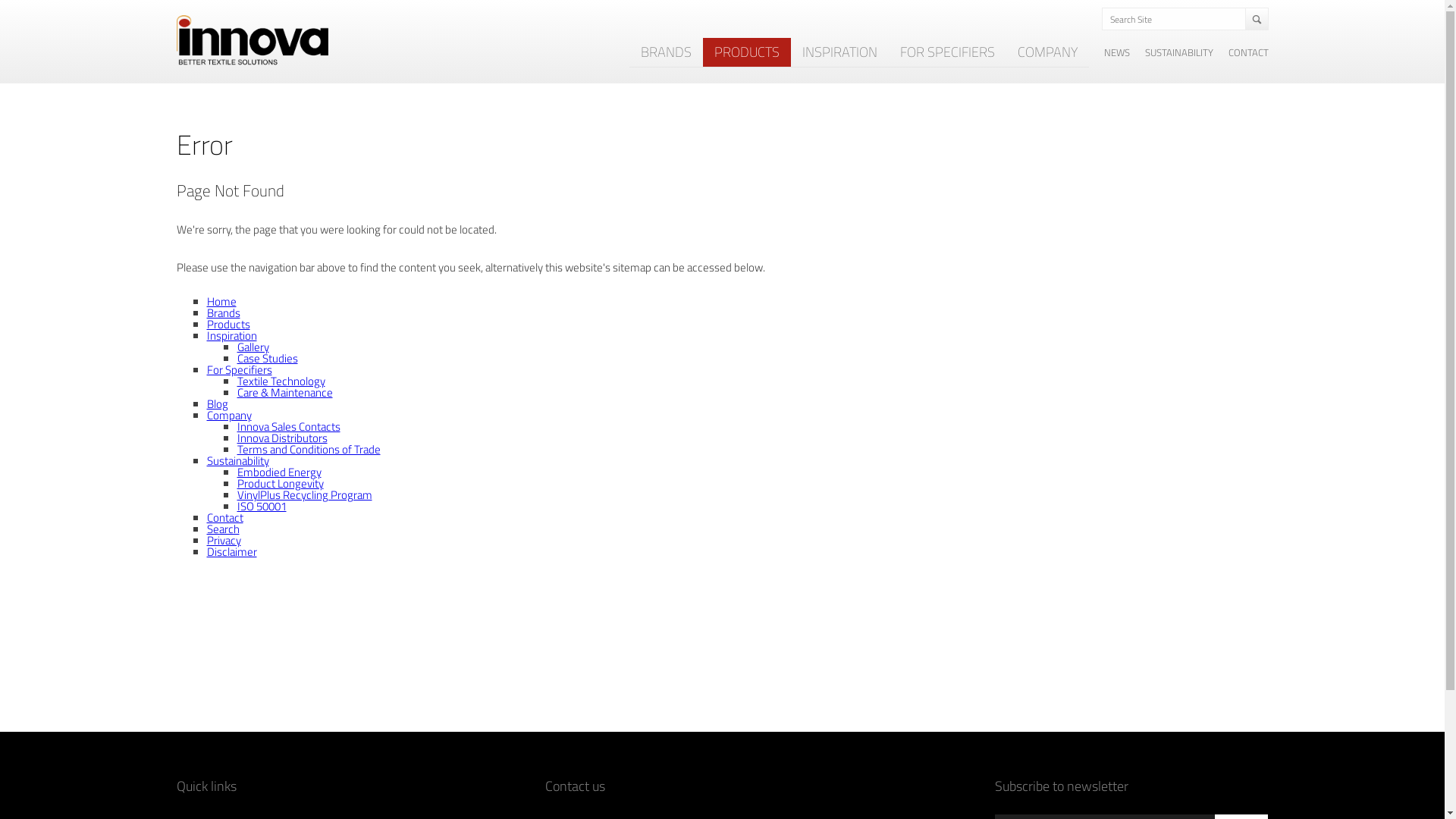 The height and width of the screenshot is (819, 1456). I want to click on 'Innova Sales Contacts', so click(287, 426).